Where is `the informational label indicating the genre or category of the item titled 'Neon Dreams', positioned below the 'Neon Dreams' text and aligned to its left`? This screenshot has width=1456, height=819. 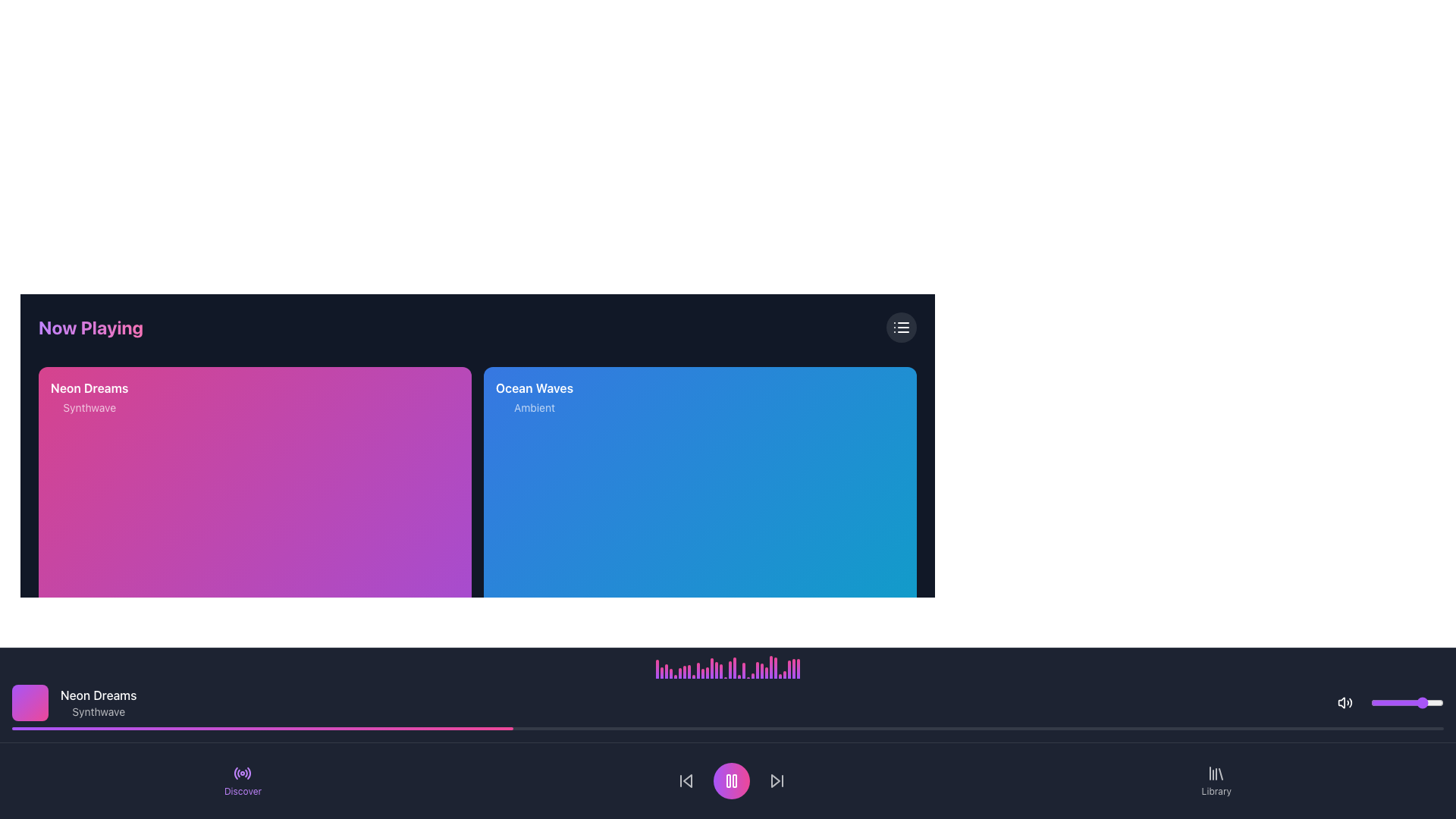
the informational label indicating the genre or category of the item titled 'Neon Dreams', positioned below the 'Neon Dreams' text and aligned to its left is located at coordinates (89, 406).